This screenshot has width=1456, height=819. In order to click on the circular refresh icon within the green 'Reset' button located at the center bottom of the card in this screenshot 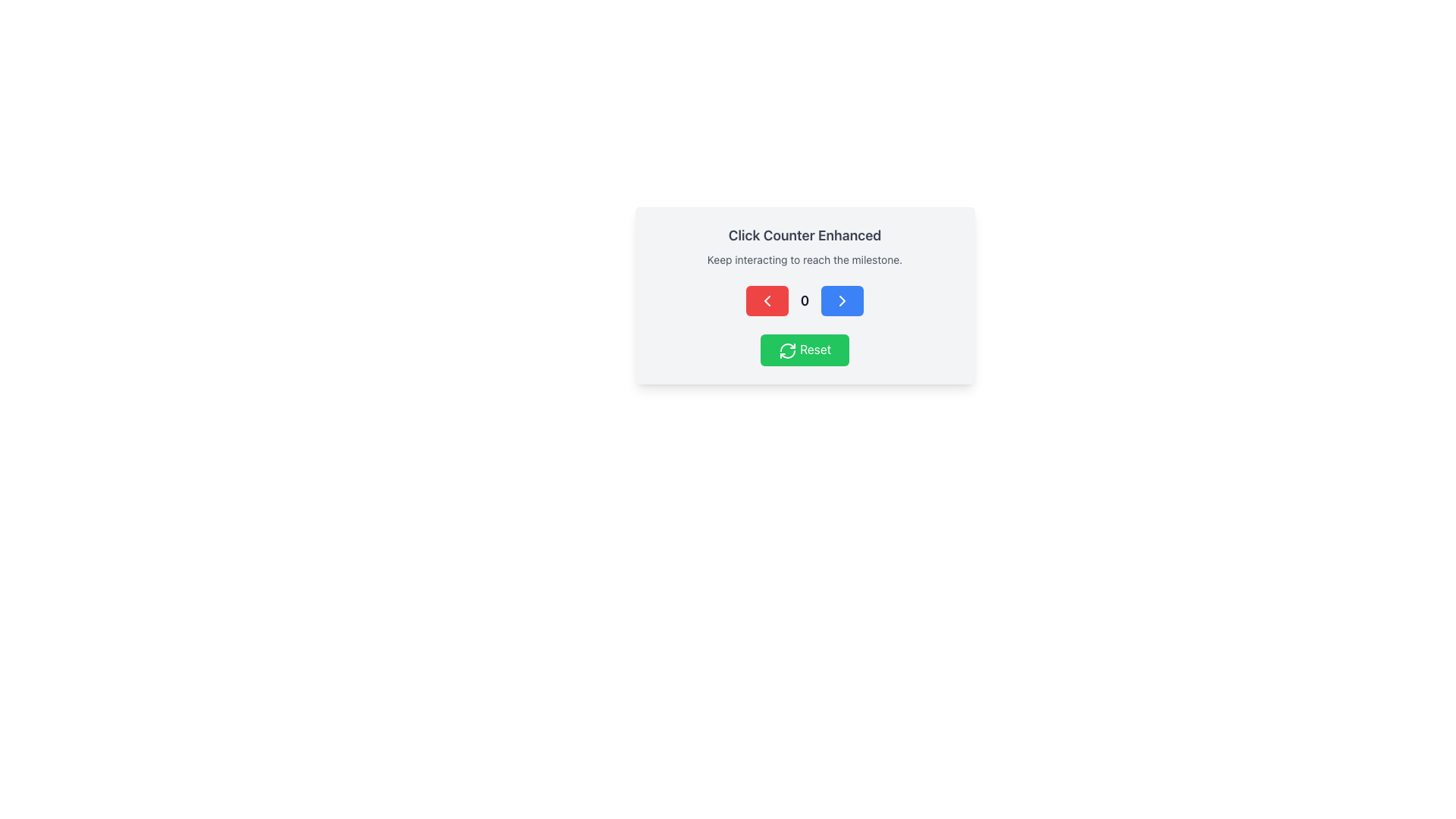, I will do `click(787, 350)`.